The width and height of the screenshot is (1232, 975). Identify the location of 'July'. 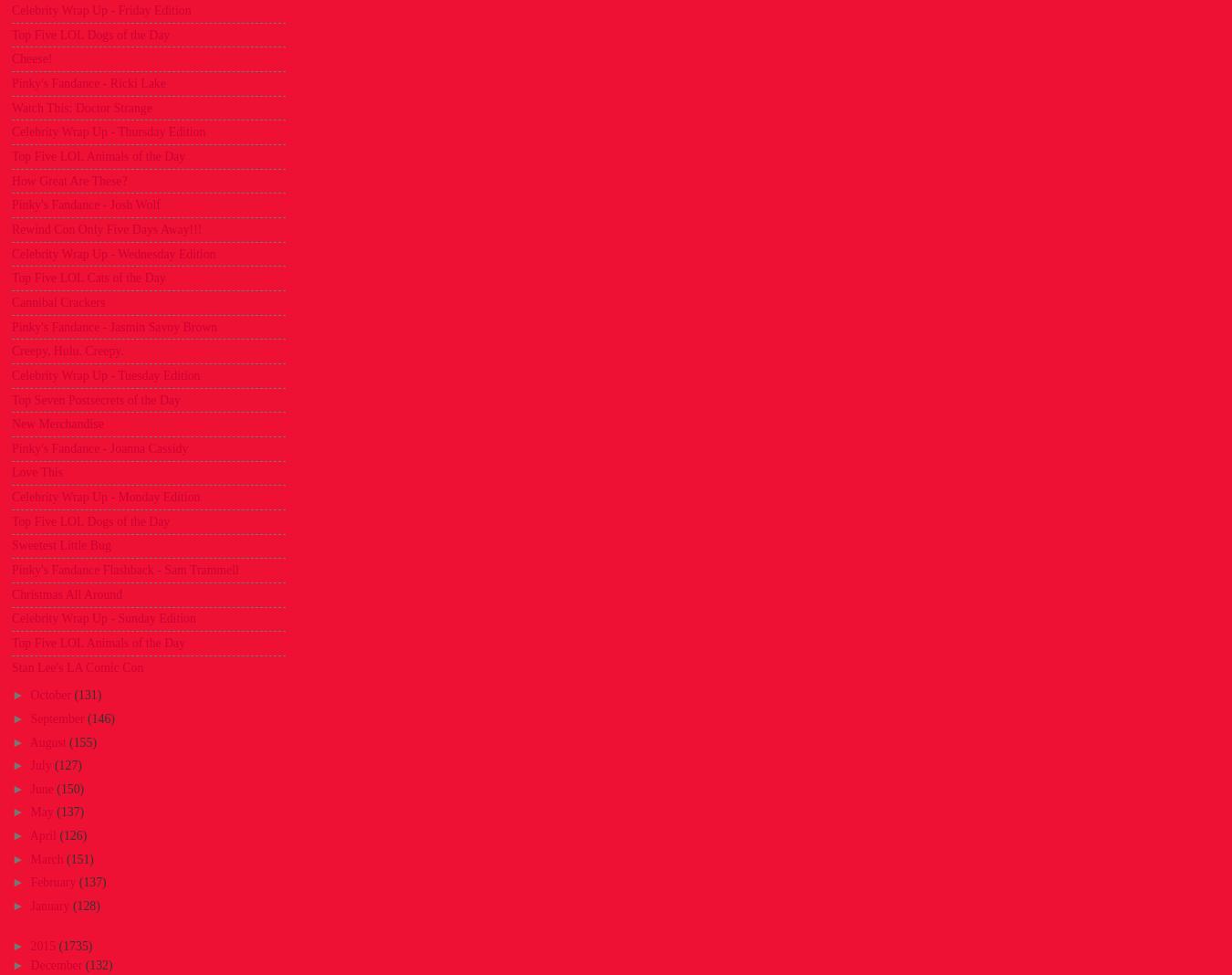
(41, 764).